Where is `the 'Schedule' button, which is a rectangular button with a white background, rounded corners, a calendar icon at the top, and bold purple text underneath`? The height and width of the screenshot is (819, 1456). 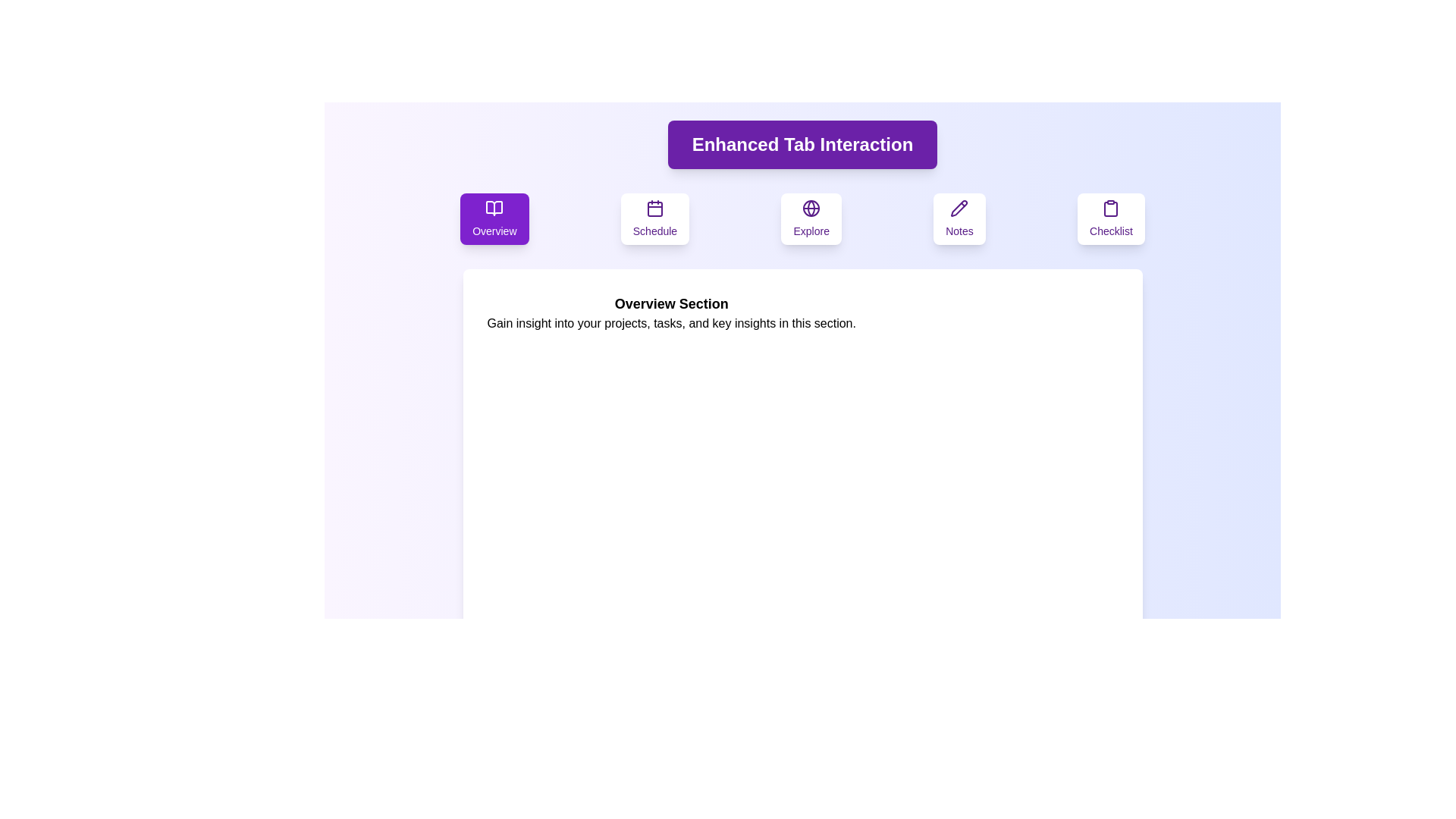
the 'Schedule' button, which is a rectangular button with a white background, rounded corners, a calendar icon at the top, and bold purple text underneath is located at coordinates (655, 219).